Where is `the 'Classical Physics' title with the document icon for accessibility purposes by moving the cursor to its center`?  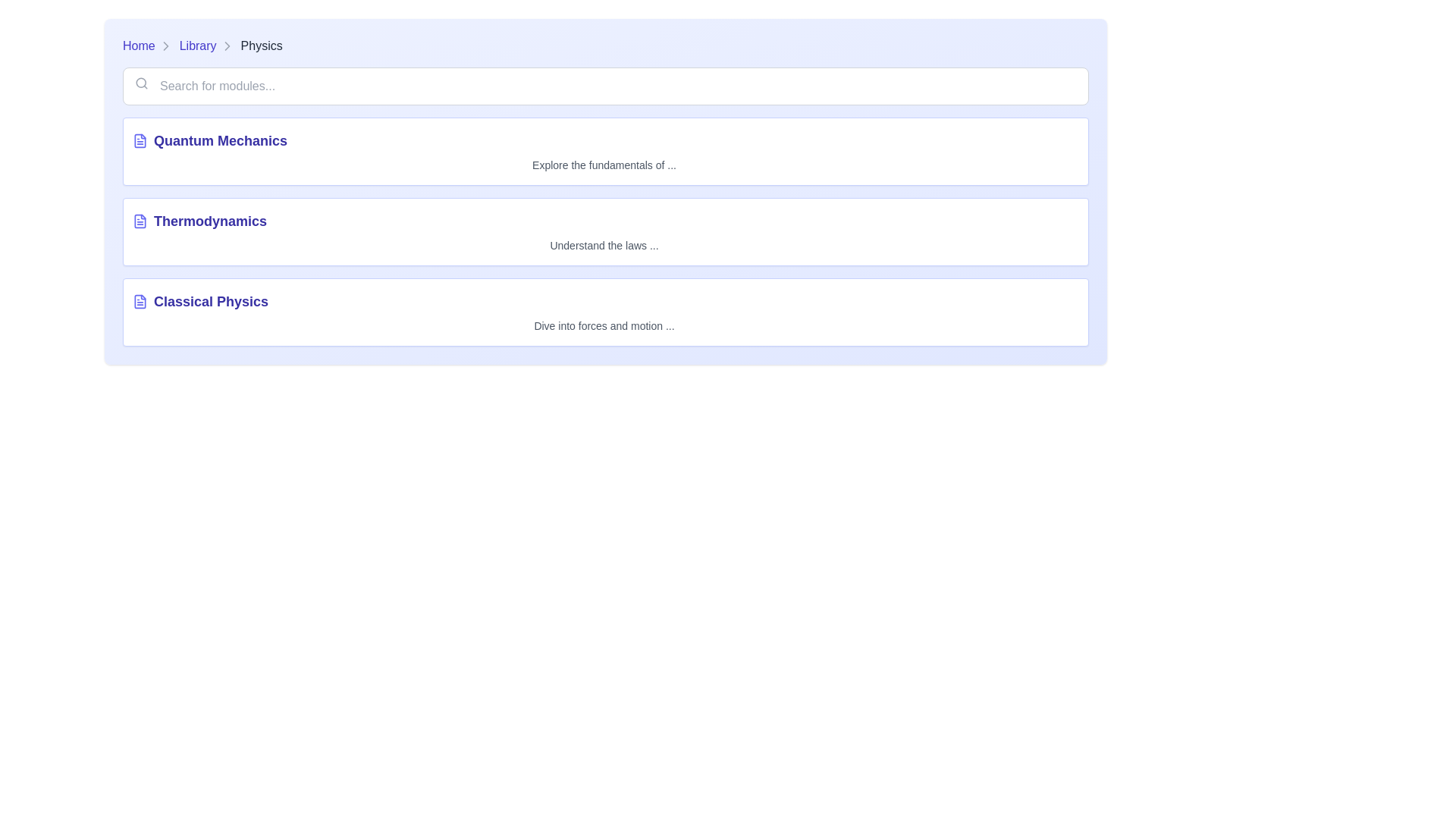 the 'Classical Physics' title with the document icon for accessibility purposes by moving the cursor to its center is located at coordinates (603, 301).